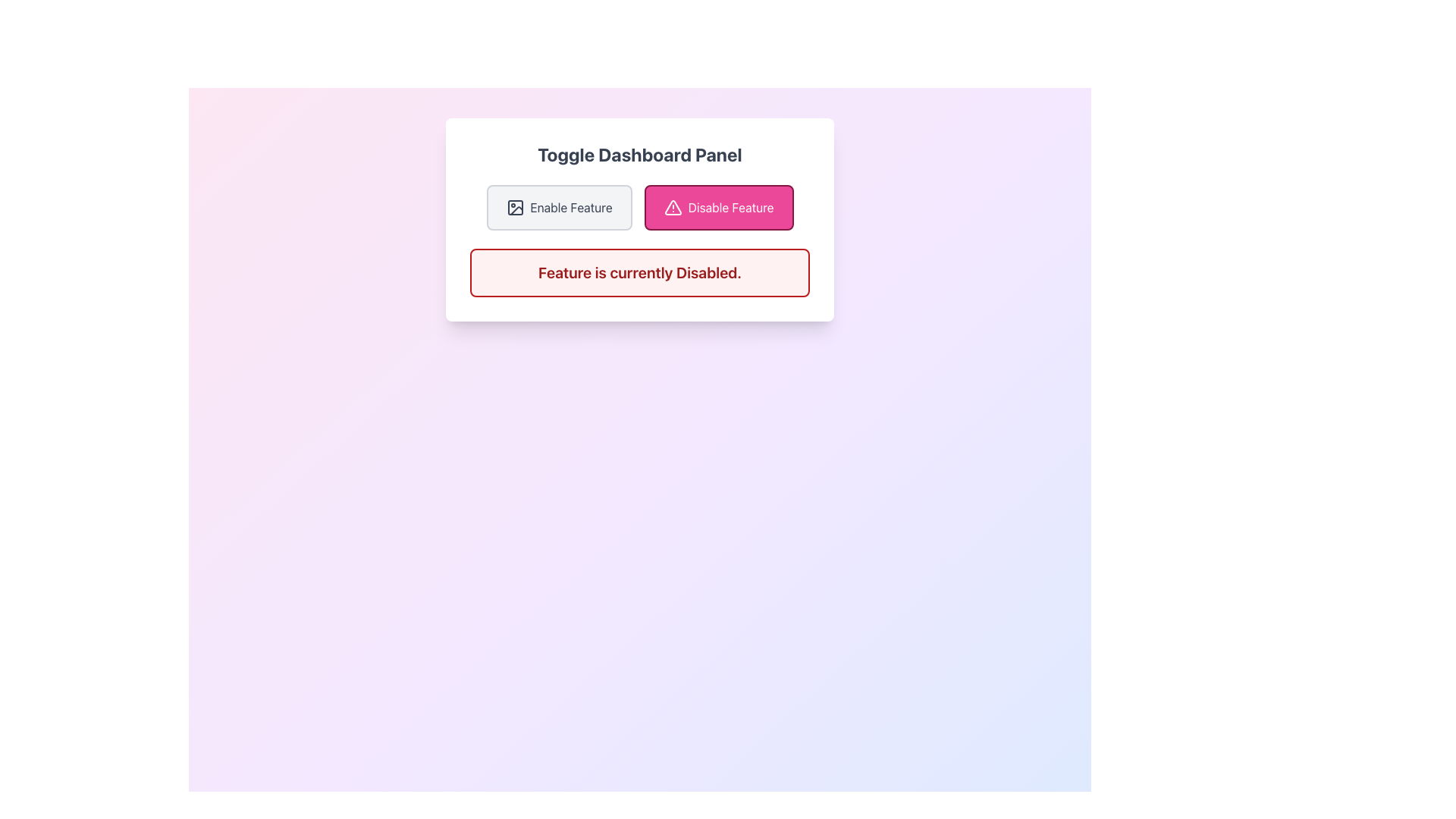 The image size is (1456, 819). What do you see at coordinates (672, 207) in the screenshot?
I see `the alert icon located on the left side of the 'Disable Feature' button, which is part of the button group under the 'Toggle Dashboard Panel' header` at bounding box center [672, 207].